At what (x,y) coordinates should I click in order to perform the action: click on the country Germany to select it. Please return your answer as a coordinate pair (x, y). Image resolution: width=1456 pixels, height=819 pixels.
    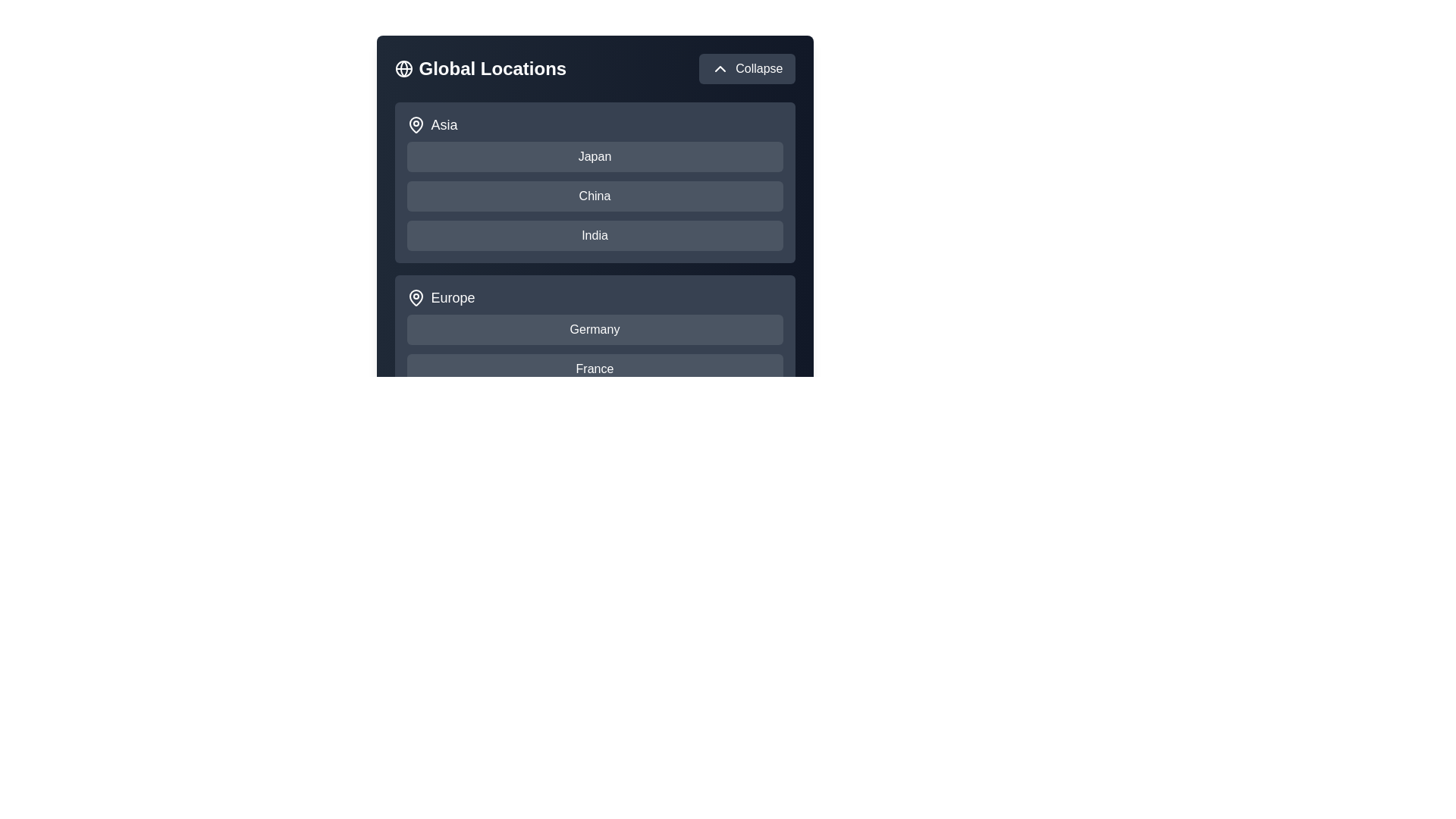
    Looking at the image, I should click on (594, 329).